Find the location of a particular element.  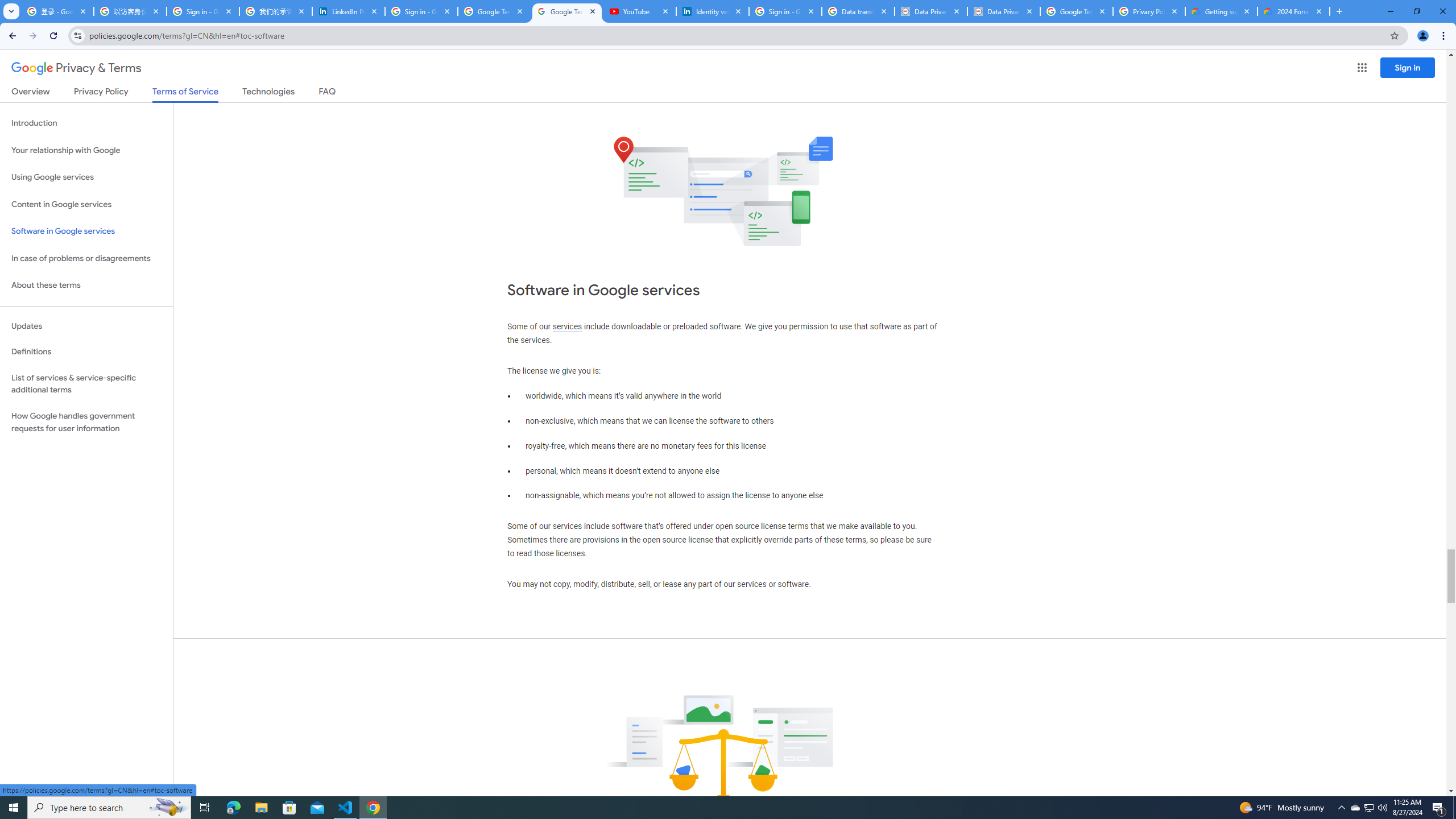

'LinkedIn Privacy Policy' is located at coordinates (348, 11).